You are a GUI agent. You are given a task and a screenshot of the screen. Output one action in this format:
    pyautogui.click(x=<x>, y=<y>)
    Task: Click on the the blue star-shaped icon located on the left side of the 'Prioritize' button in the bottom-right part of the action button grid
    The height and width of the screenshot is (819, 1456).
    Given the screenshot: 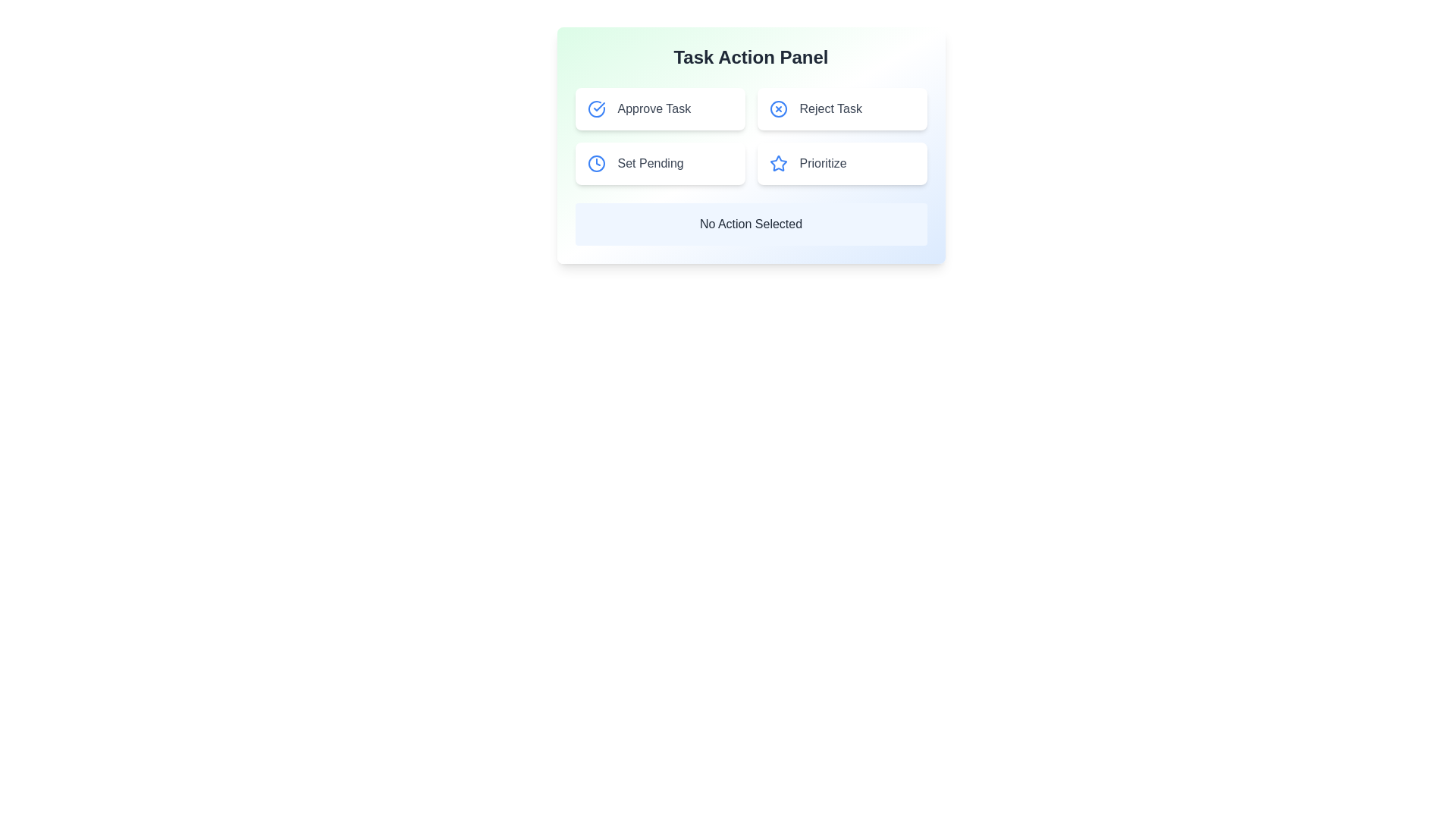 What is the action you would take?
    pyautogui.click(x=778, y=164)
    